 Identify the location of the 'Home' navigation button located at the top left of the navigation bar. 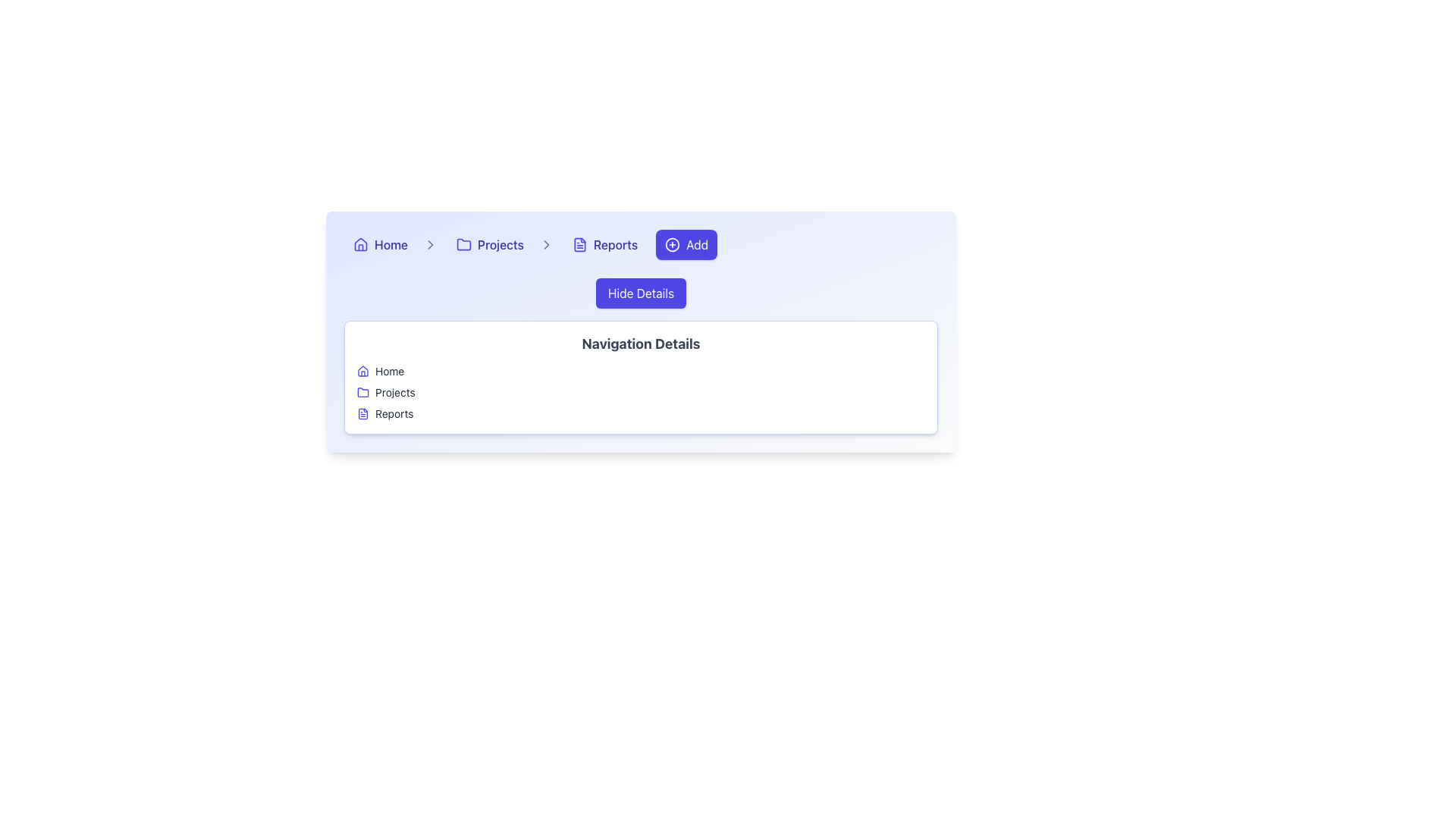
(391, 244).